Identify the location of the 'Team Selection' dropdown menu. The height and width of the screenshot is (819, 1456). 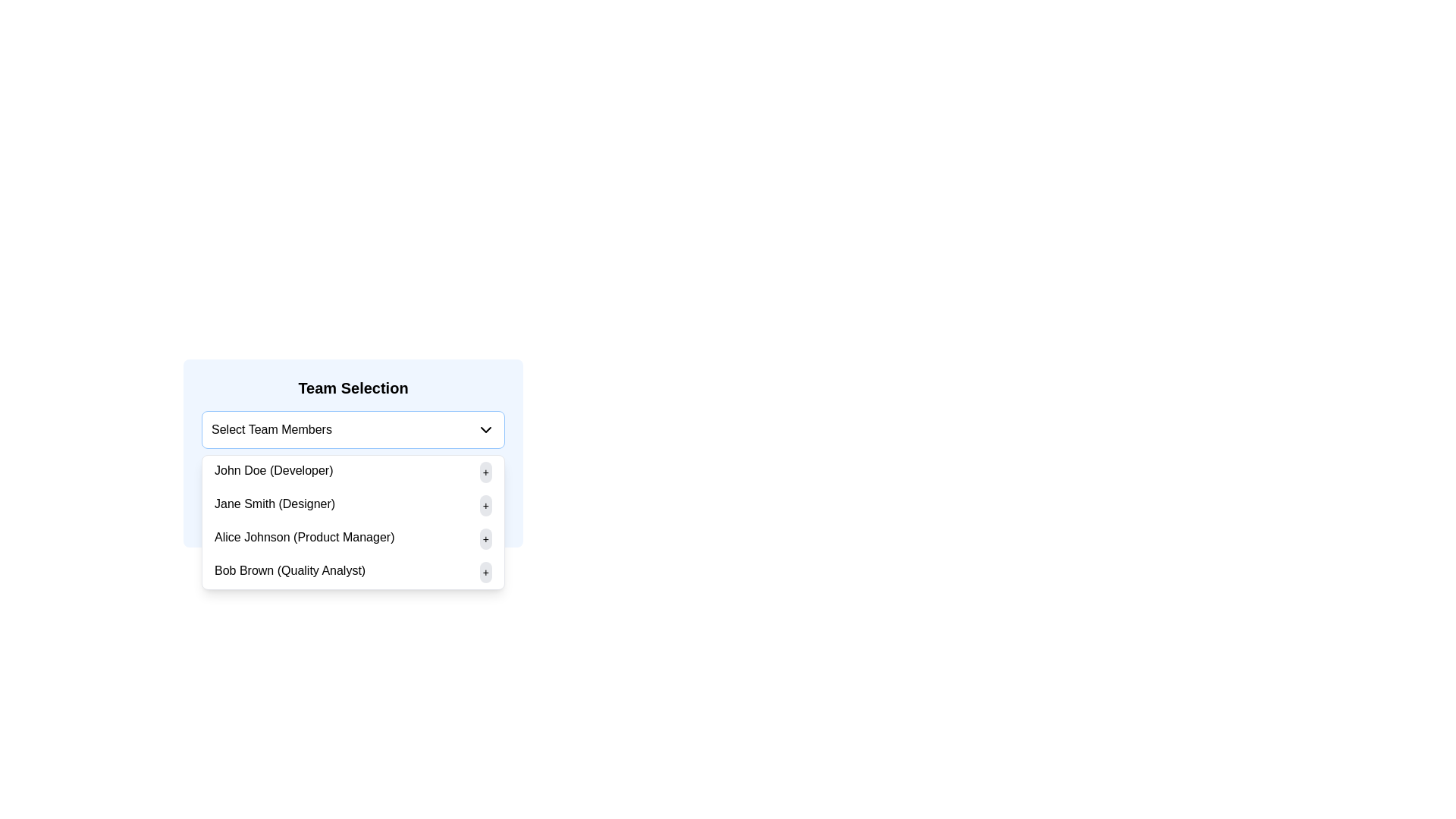
(352, 452).